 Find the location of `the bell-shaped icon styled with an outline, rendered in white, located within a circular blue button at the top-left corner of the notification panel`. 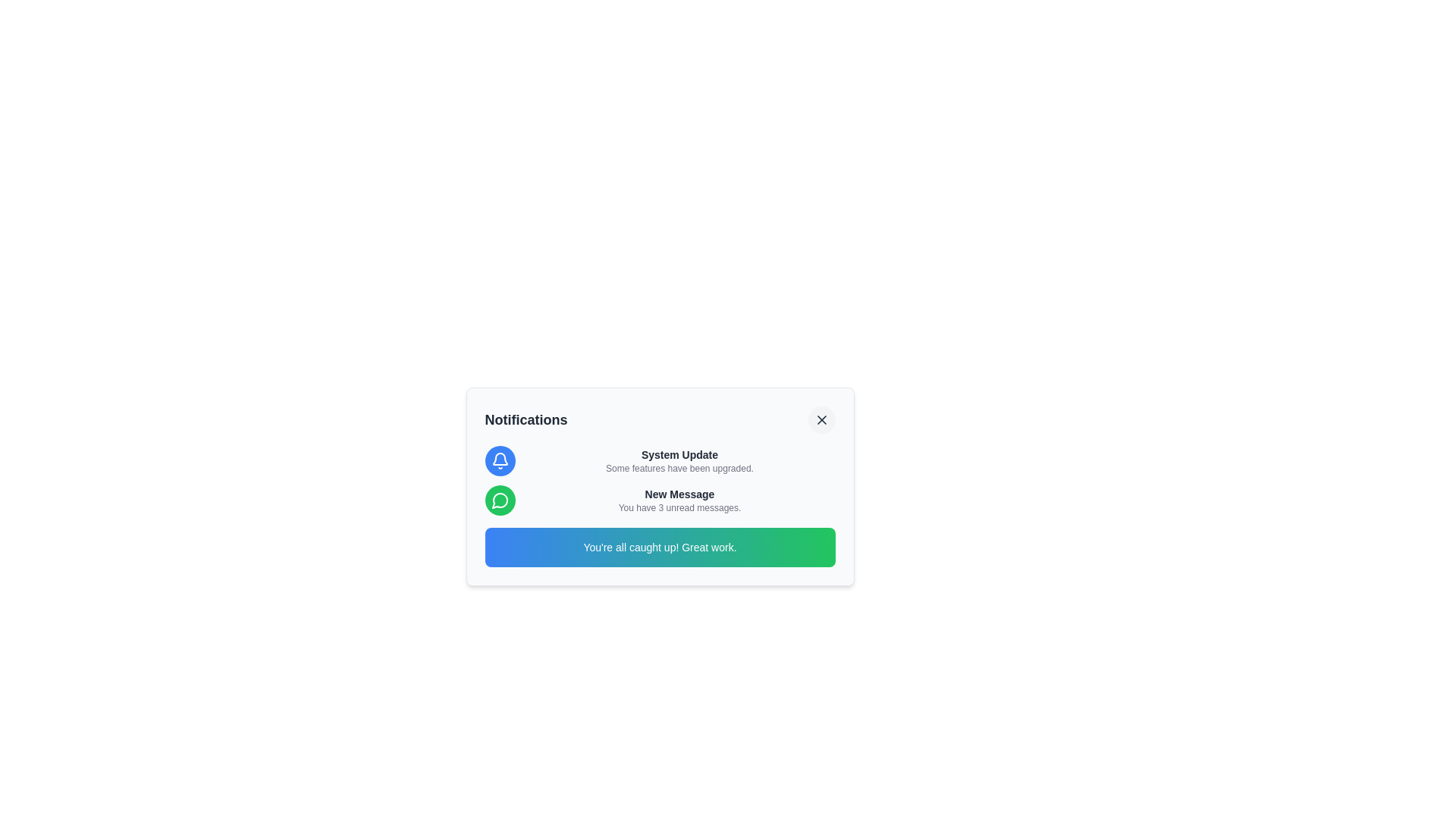

the bell-shaped icon styled with an outline, rendered in white, located within a circular blue button at the top-left corner of the notification panel is located at coordinates (500, 460).